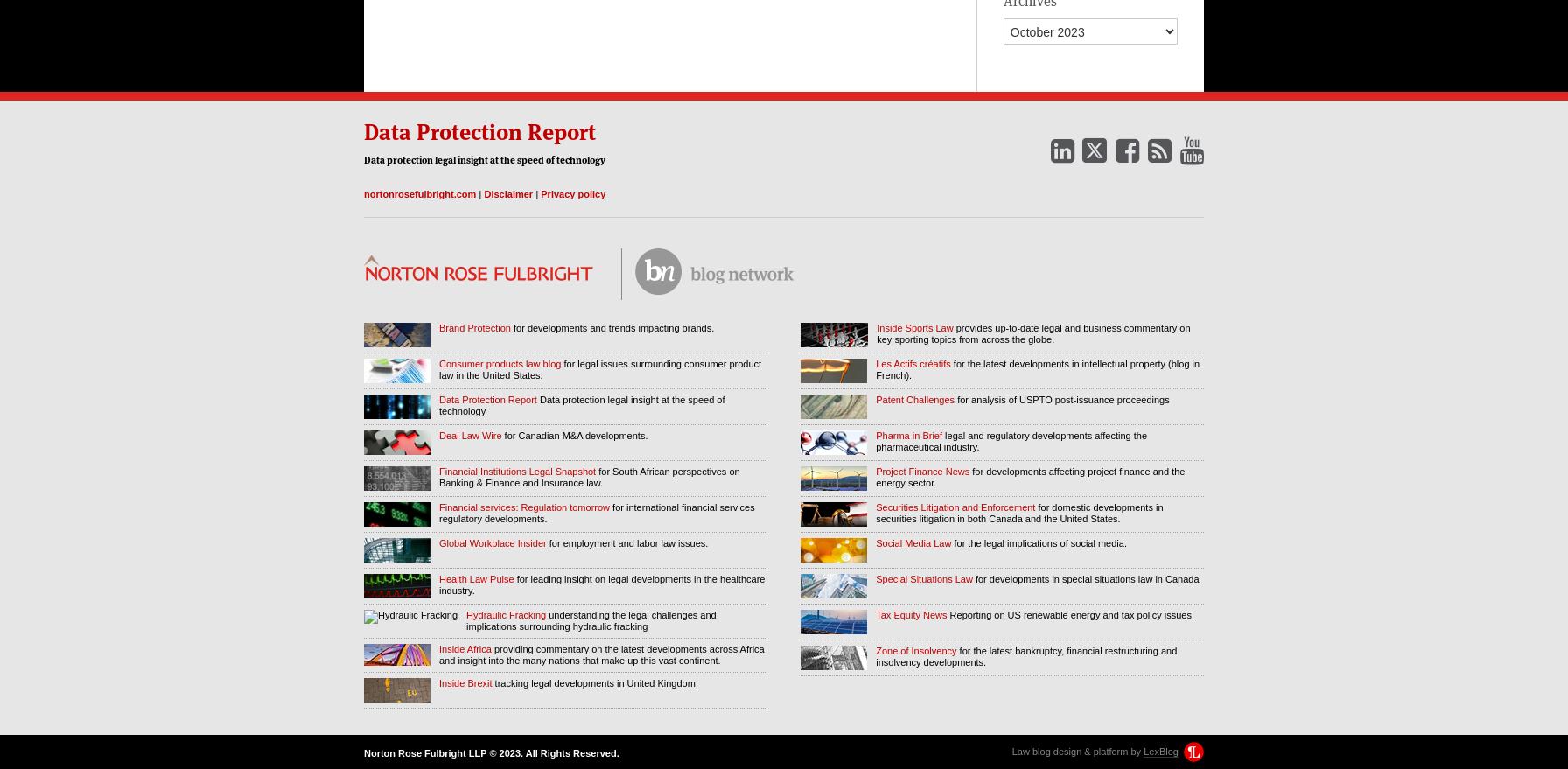 The image size is (1568, 769). I want to click on 'Patent Challenges', so click(914, 399).